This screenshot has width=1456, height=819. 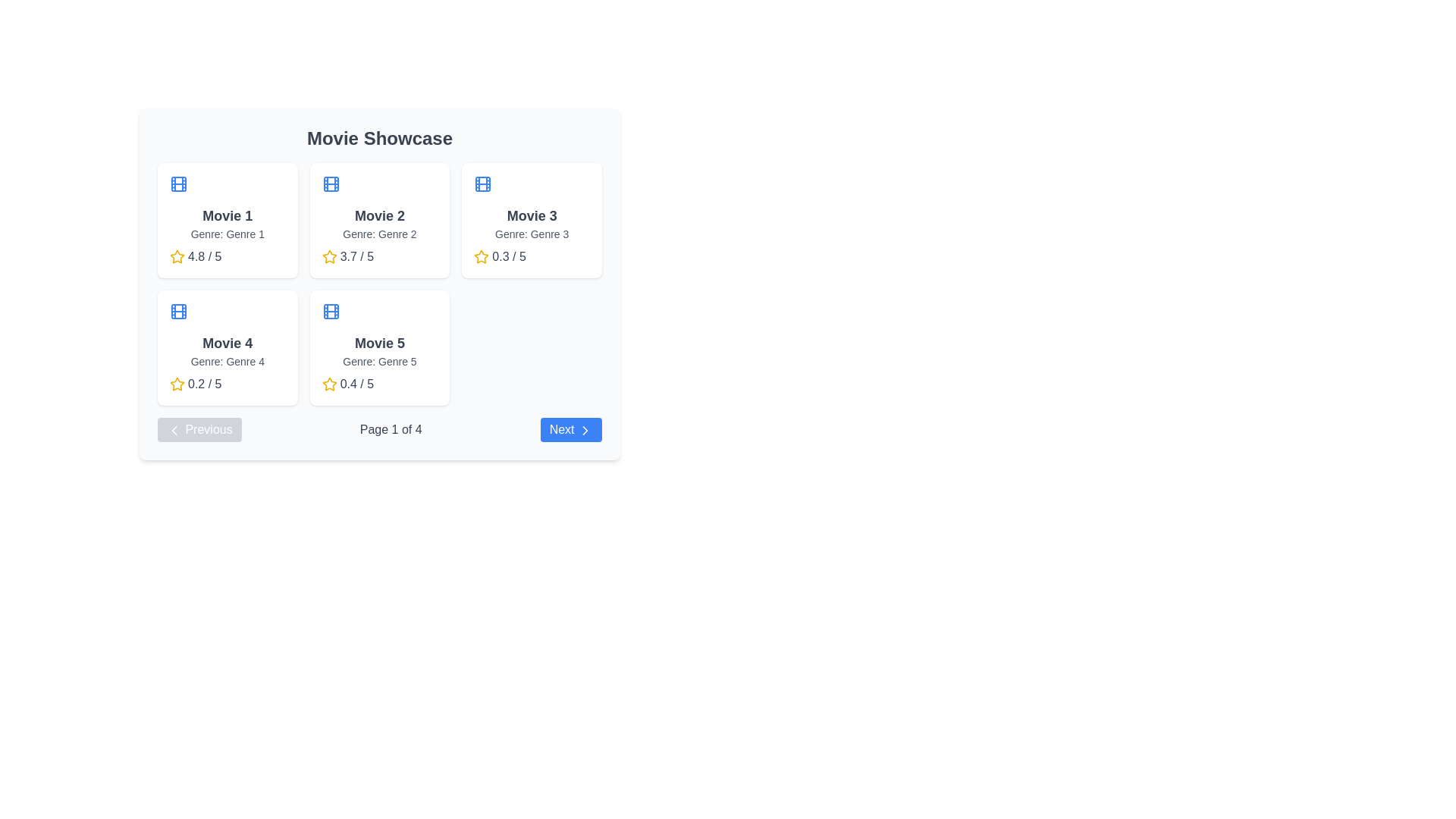 I want to click on the text label displaying the average score out of five, located in the first card below the text 'Movie 1' and 'Genre: Genre 1', so click(x=204, y=256).